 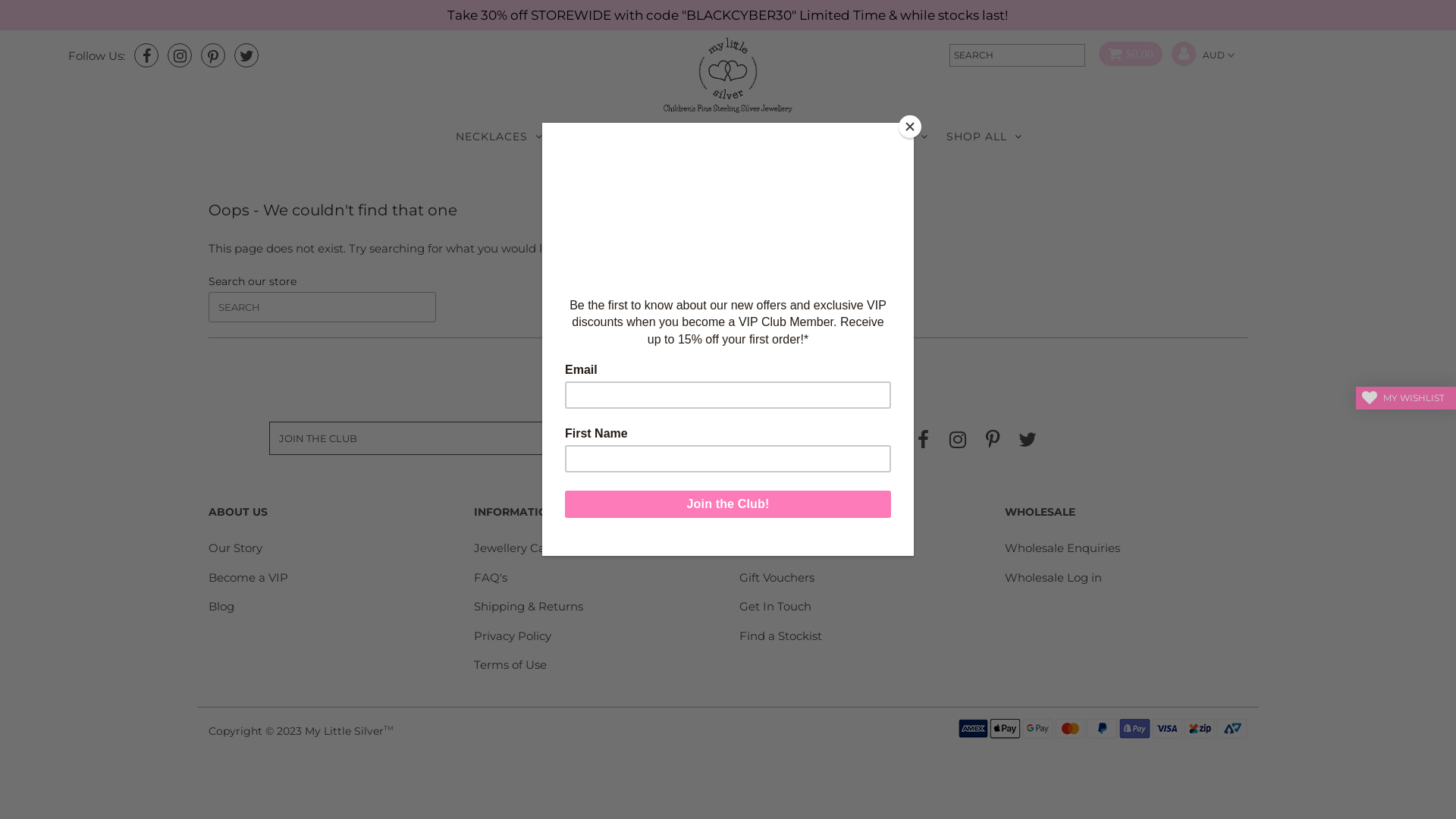 What do you see at coordinates (515, 548) in the screenshot?
I see `'Jewellery Care'` at bounding box center [515, 548].